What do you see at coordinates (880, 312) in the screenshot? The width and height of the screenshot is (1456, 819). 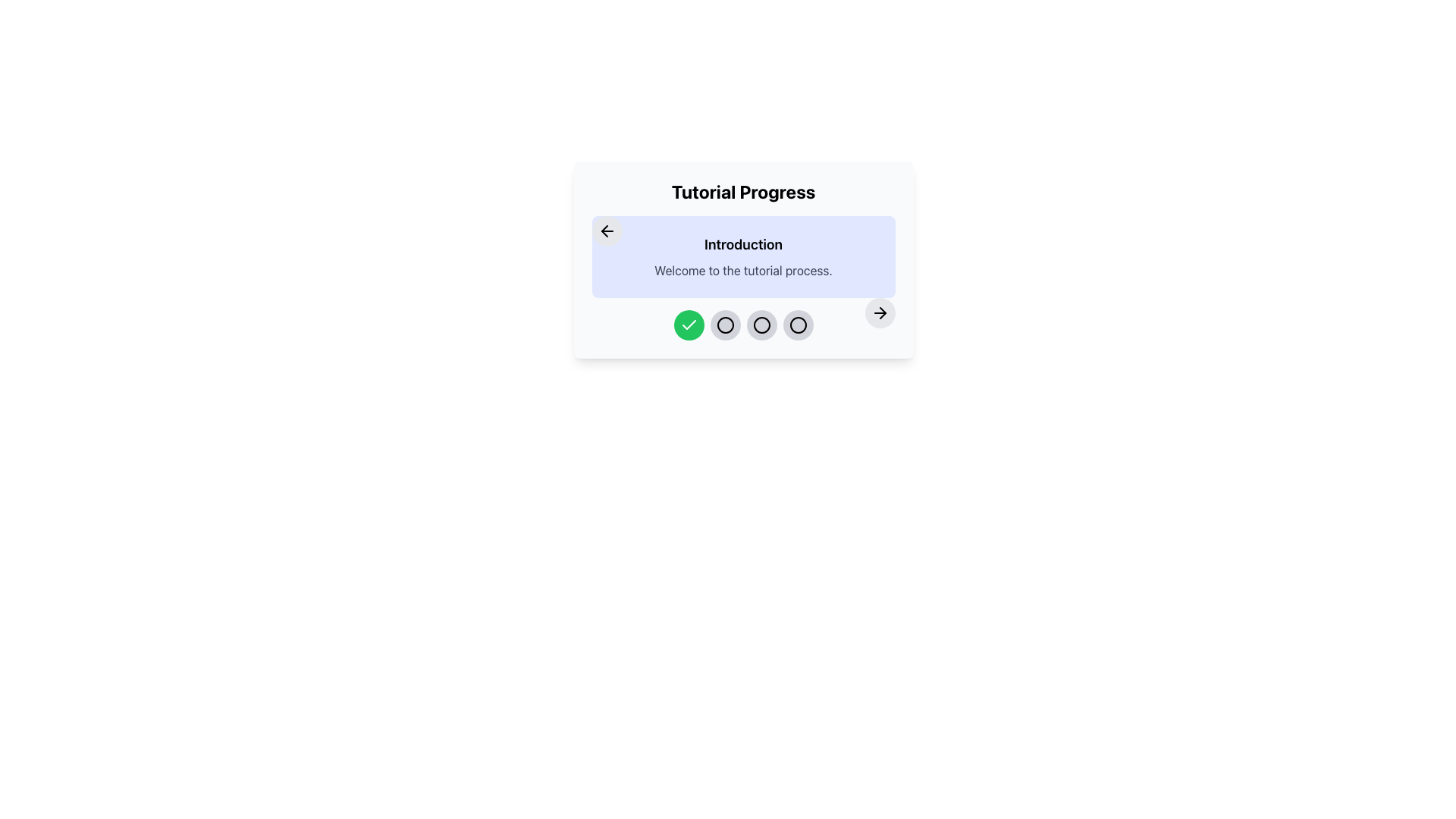 I see `the 'next' navigation button located at the far right inside the 'Tutorial Progress' section` at bounding box center [880, 312].